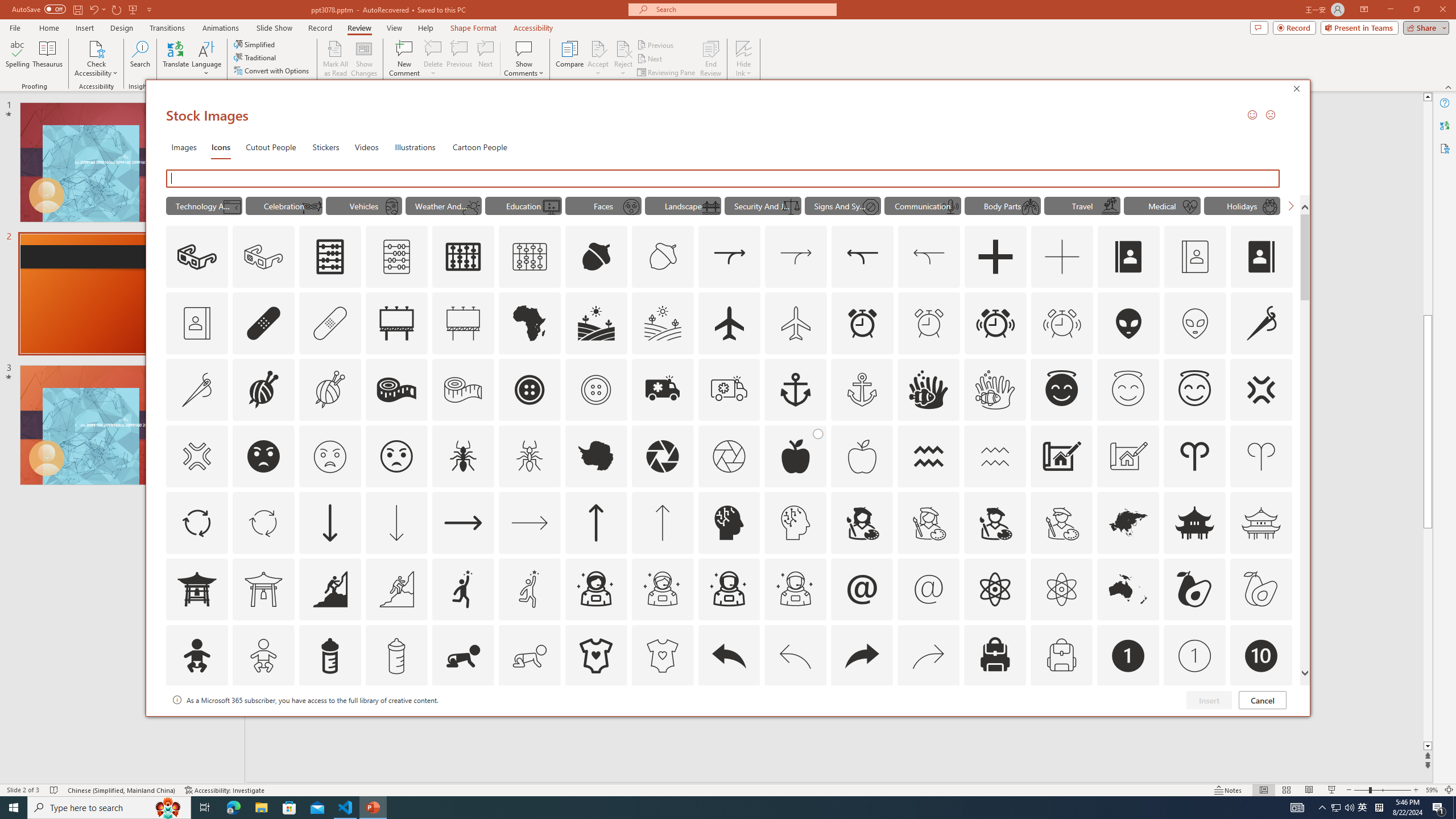  What do you see at coordinates (595, 522) in the screenshot?
I see `'AutomationID: Icons_ArrowUp'` at bounding box center [595, 522].